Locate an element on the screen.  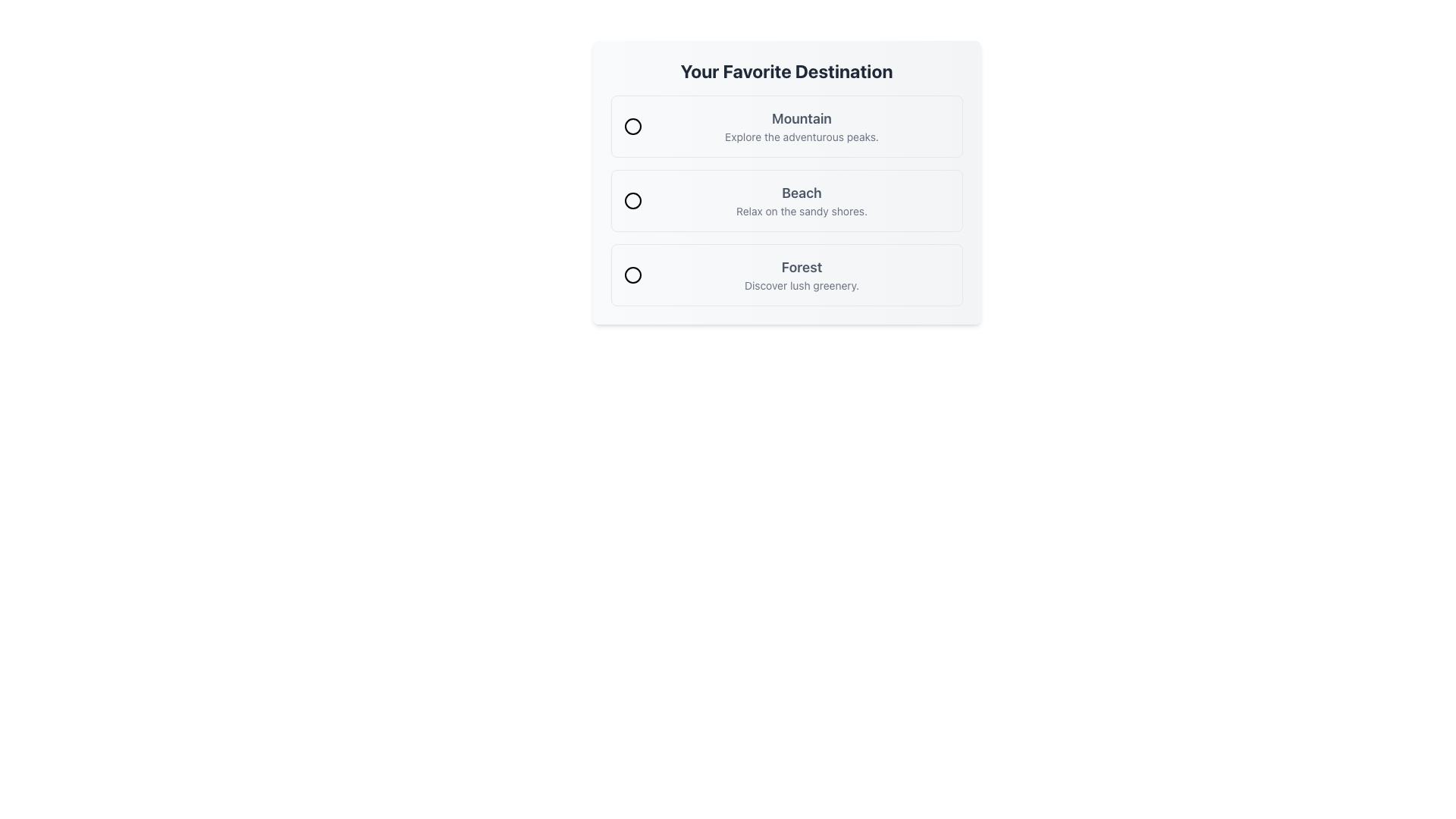
the informational text block that describes the 'Mountain' option, which is positioned below the circular selection indicator in the first selectable option under 'Your Favorite Destination' is located at coordinates (801, 125).